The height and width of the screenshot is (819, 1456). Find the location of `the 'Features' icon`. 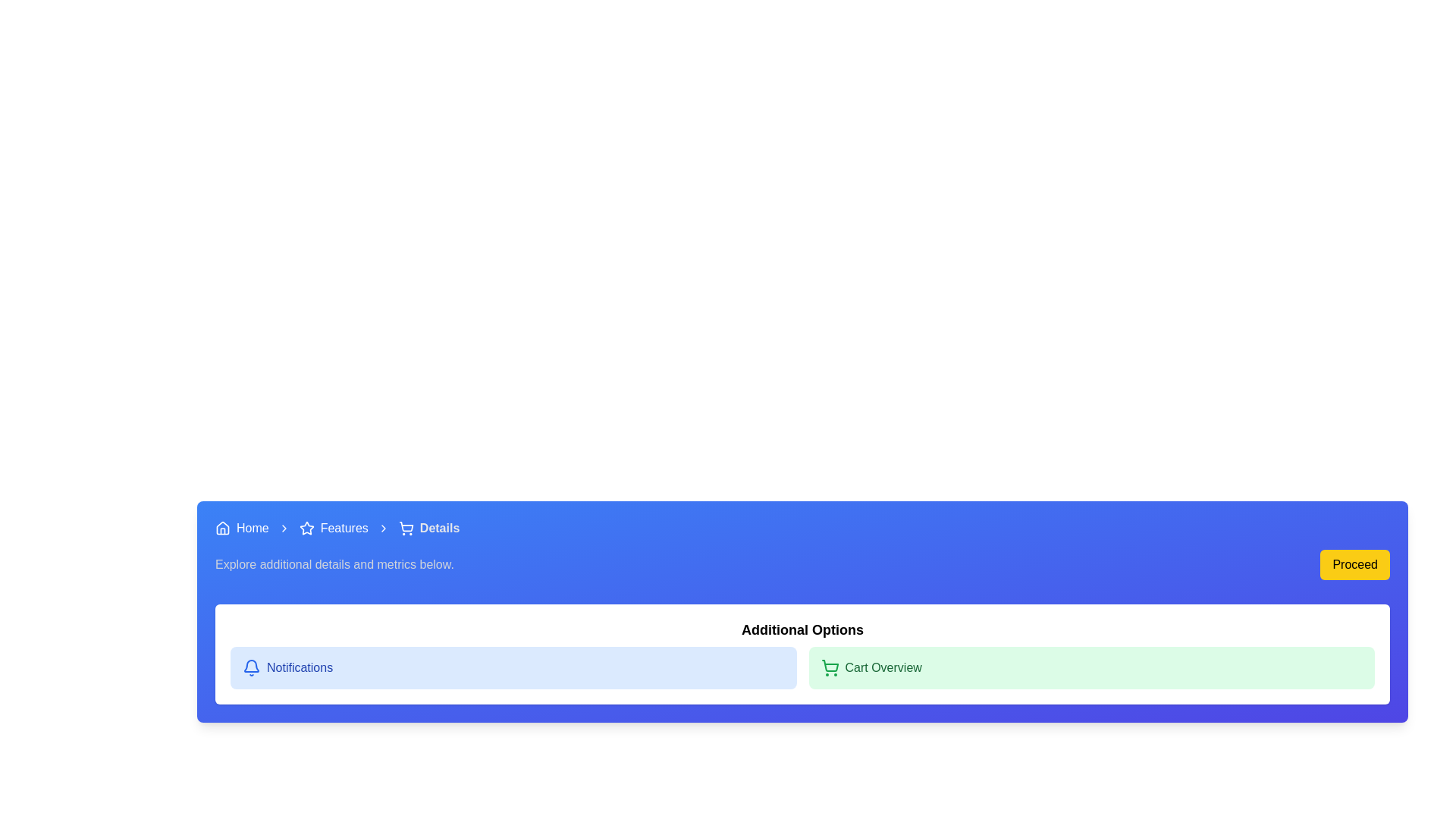

the 'Features' icon is located at coordinates (305, 526).